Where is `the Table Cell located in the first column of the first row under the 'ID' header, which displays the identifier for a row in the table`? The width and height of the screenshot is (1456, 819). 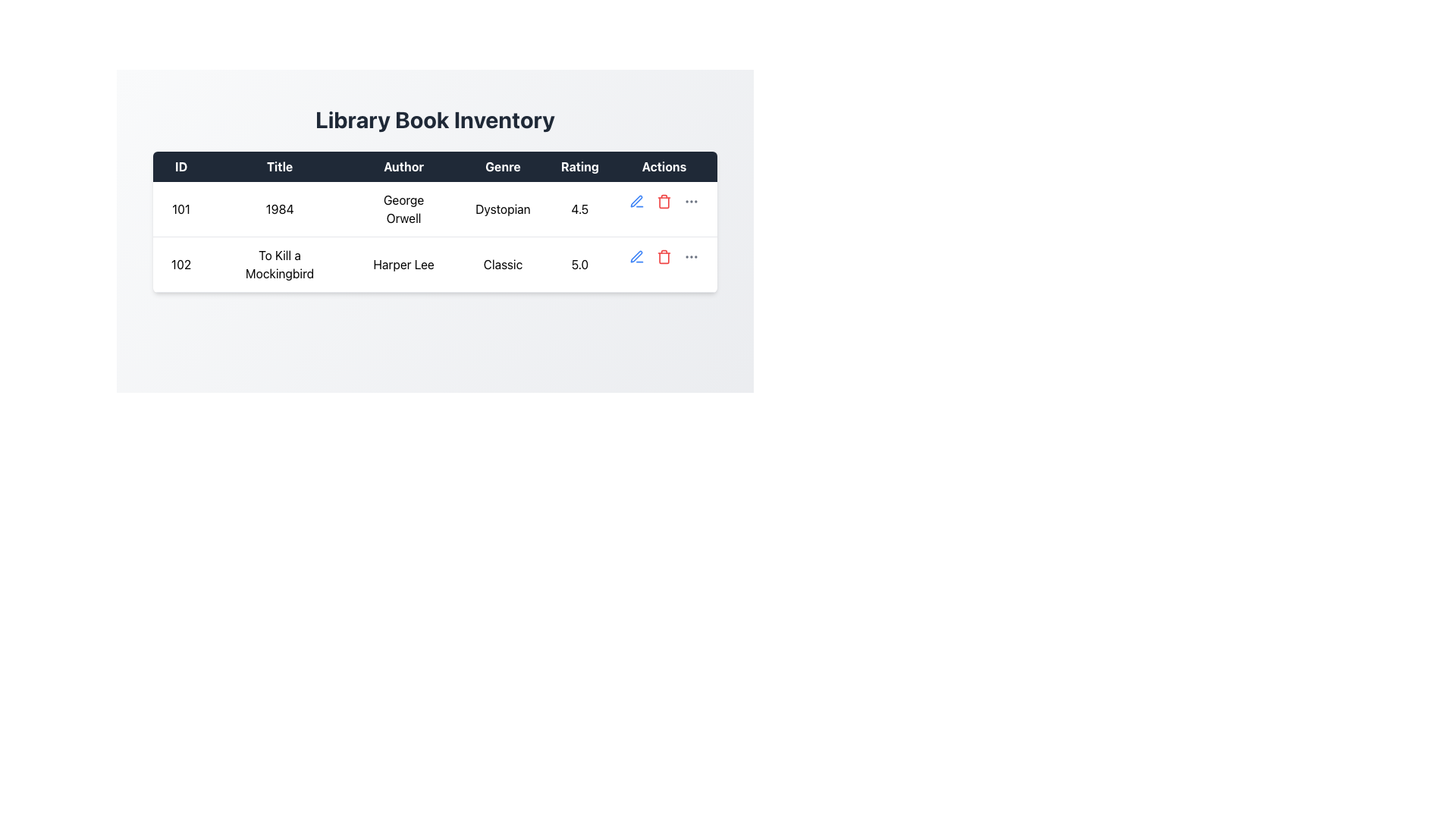 the Table Cell located in the first column of the first row under the 'ID' header, which displays the identifier for a row in the table is located at coordinates (181, 209).